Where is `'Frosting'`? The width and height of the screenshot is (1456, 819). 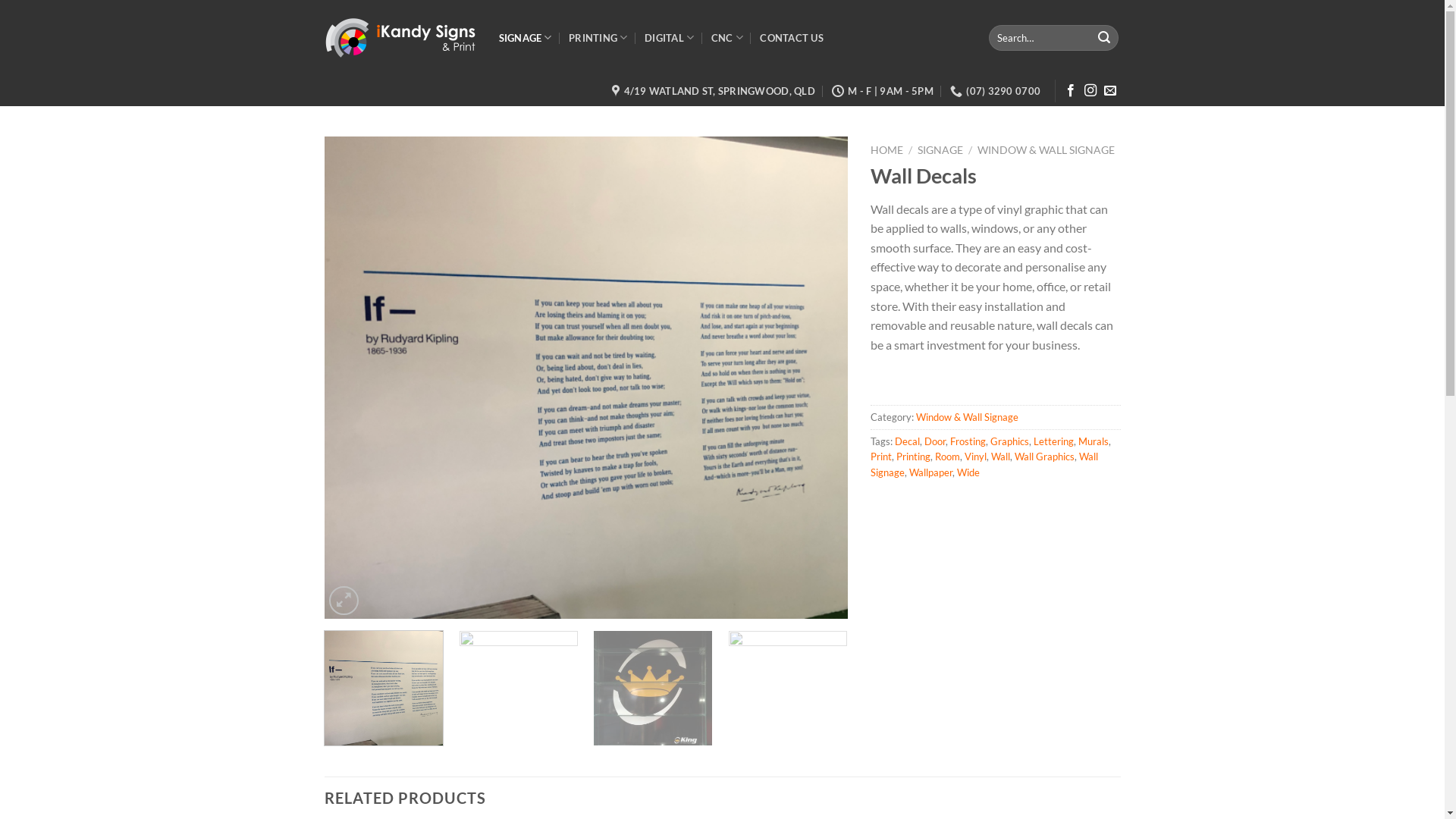 'Frosting' is located at coordinates (949, 441).